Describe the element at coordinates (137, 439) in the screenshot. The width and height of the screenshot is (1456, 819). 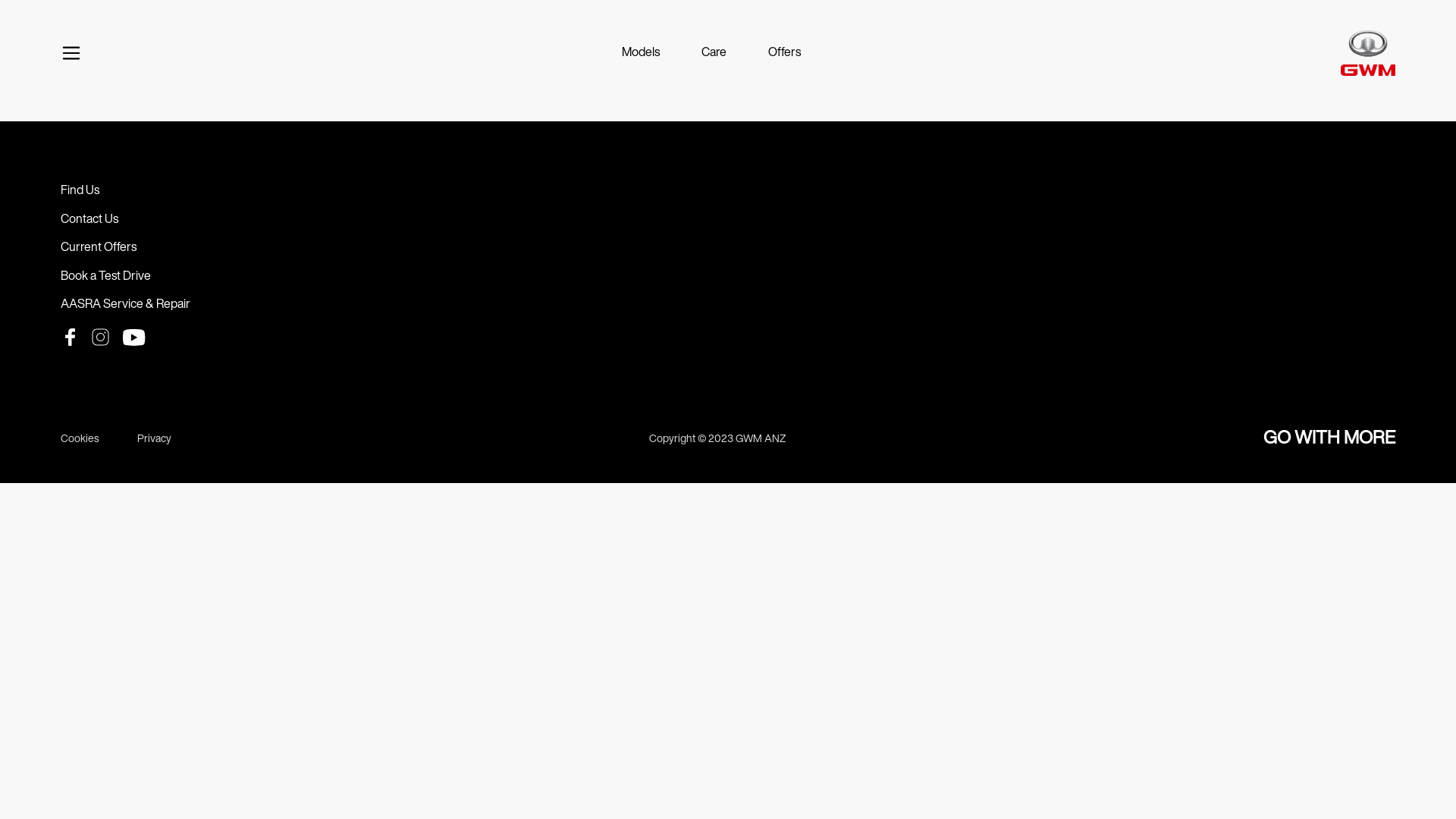
I see `'Privacy'` at that location.